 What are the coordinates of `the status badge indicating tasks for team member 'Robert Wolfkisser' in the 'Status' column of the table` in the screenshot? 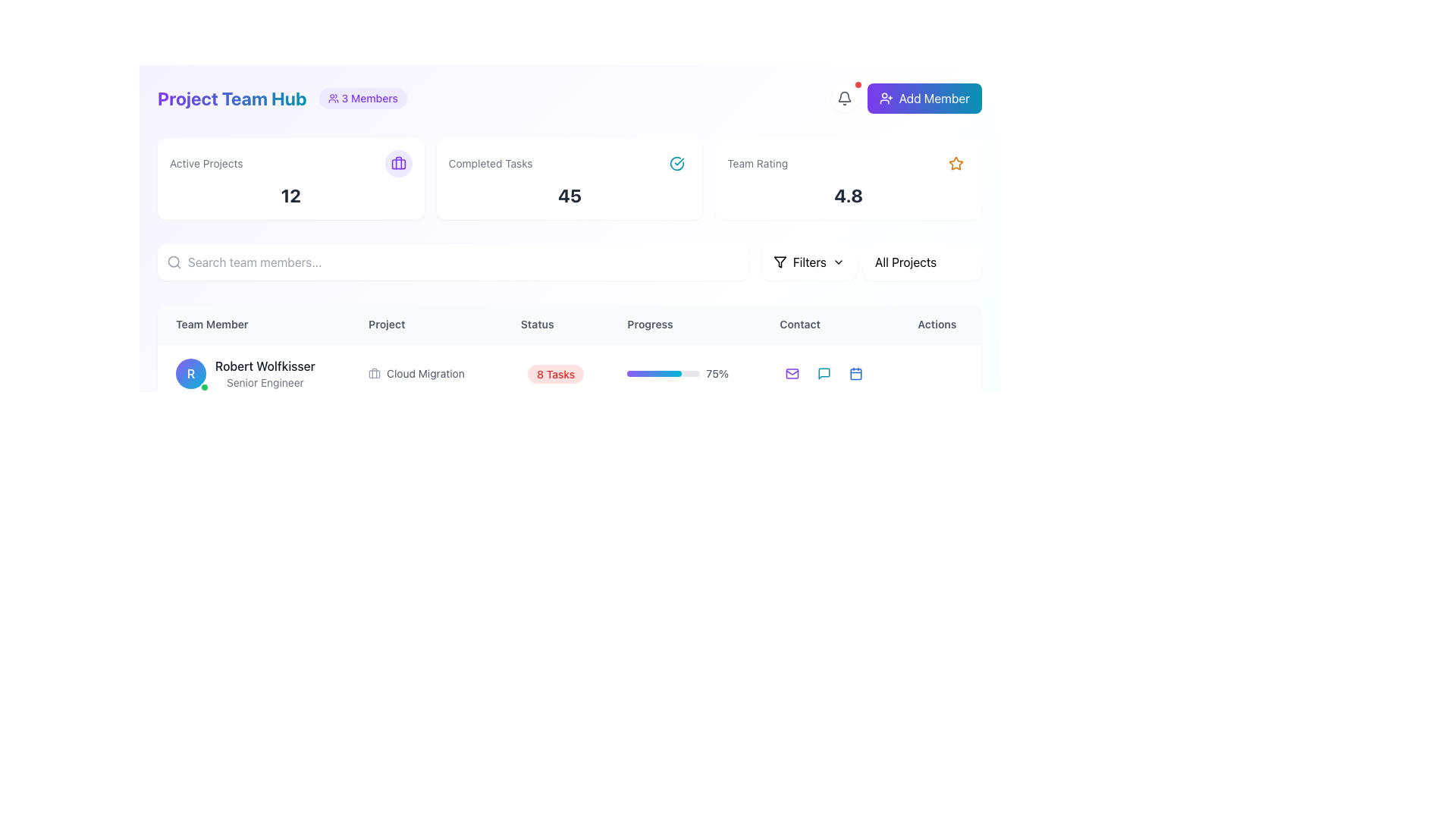 It's located at (555, 374).